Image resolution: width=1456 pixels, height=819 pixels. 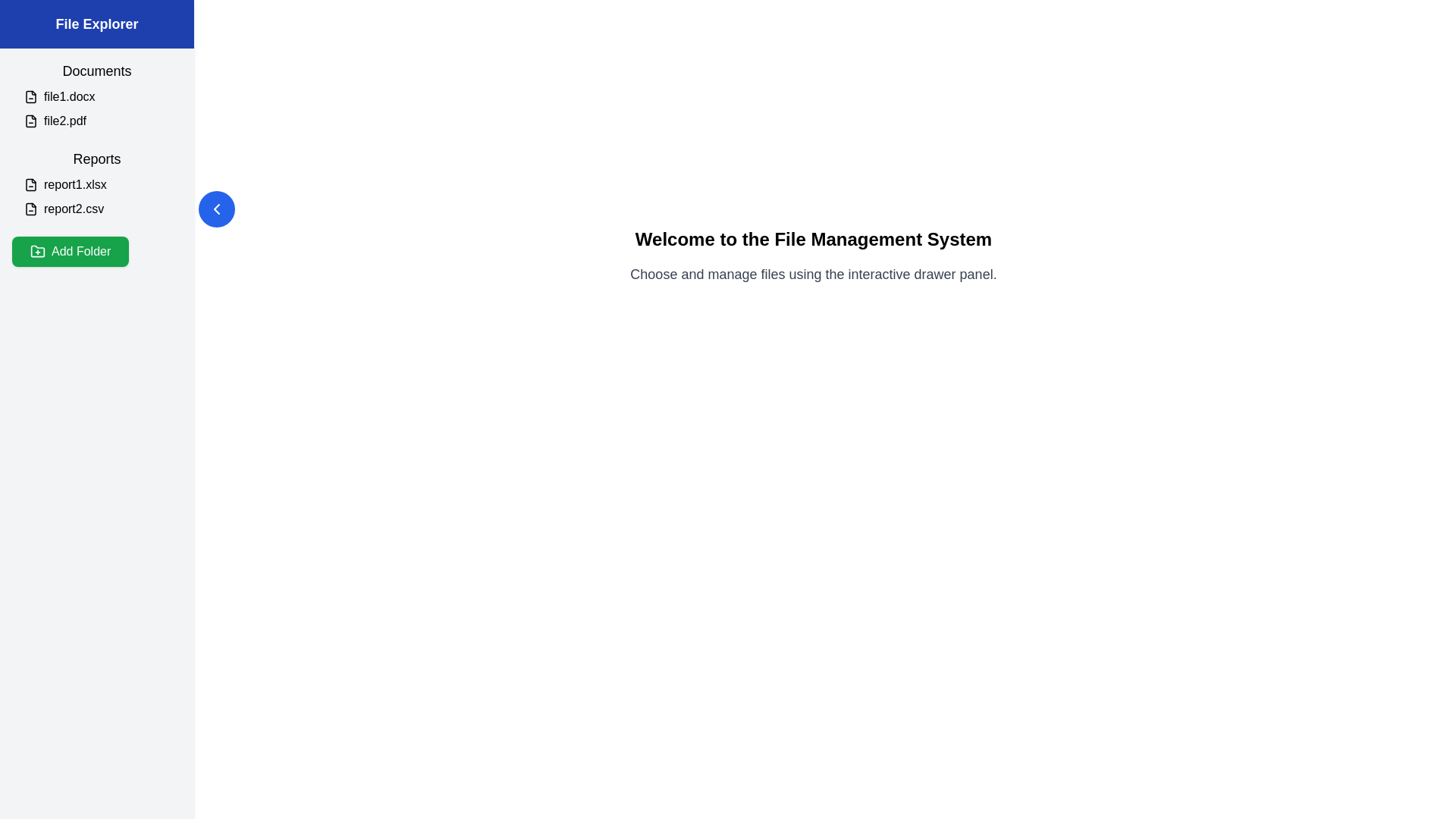 What do you see at coordinates (31, 184) in the screenshot?
I see `the file icon representing 'report1.xlsx' with a minus sign in the 'Reports' section of the 'File Explorer' panel` at bounding box center [31, 184].